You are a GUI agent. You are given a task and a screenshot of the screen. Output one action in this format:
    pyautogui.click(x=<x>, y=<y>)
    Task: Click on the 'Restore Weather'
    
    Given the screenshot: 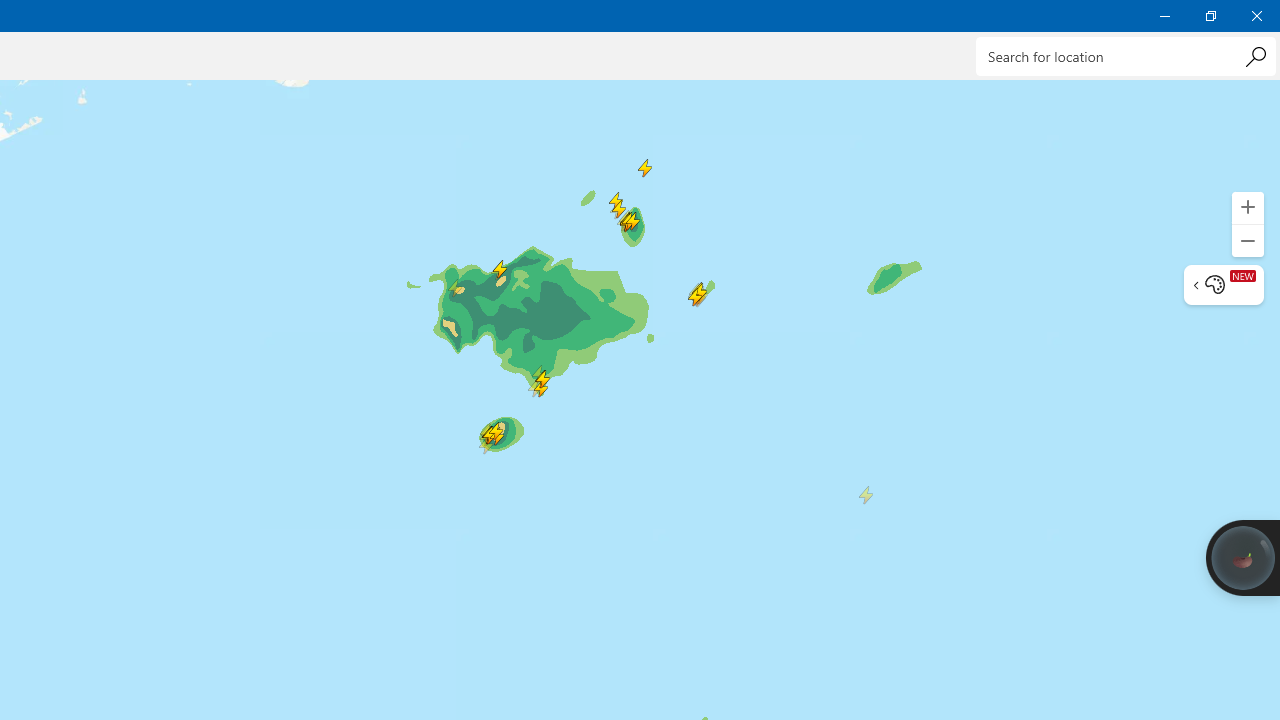 What is the action you would take?
    pyautogui.click(x=1209, y=15)
    